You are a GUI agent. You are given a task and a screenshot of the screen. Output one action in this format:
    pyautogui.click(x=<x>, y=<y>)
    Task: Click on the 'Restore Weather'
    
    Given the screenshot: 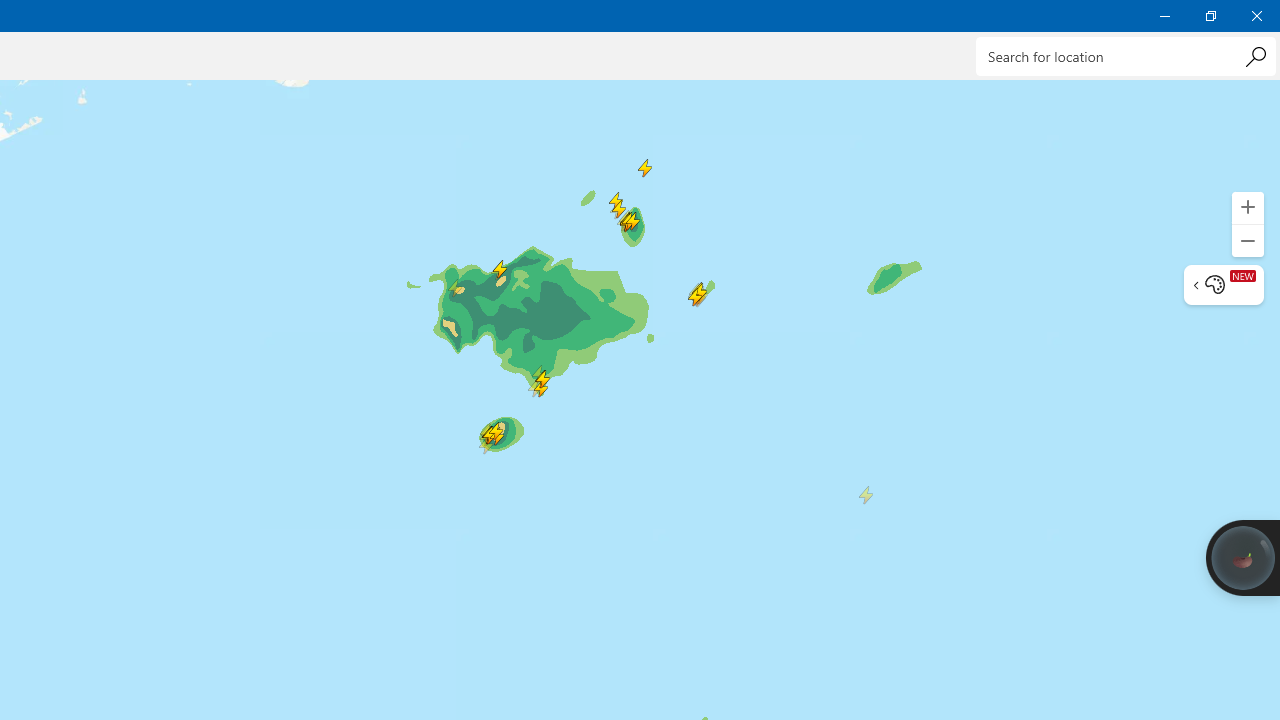 What is the action you would take?
    pyautogui.click(x=1209, y=15)
    